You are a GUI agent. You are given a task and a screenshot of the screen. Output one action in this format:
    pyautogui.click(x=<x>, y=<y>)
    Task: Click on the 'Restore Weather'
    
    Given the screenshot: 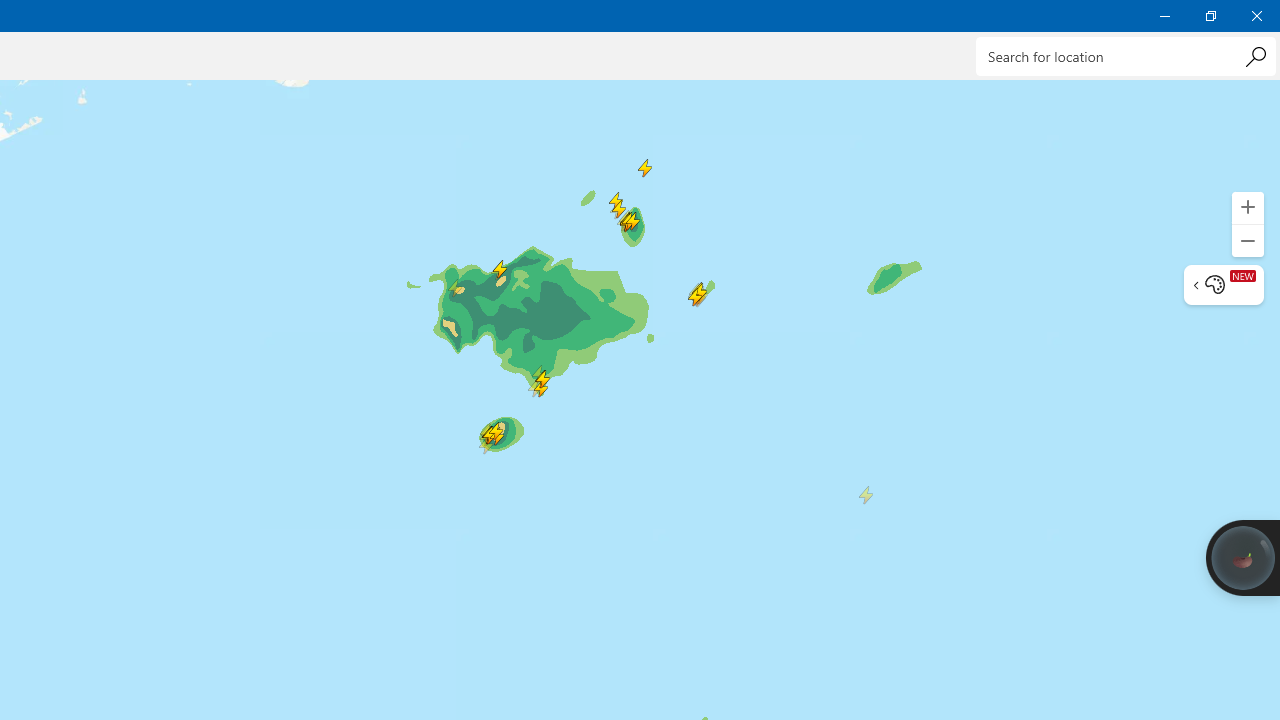 What is the action you would take?
    pyautogui.click(x=1209, y=15)
    